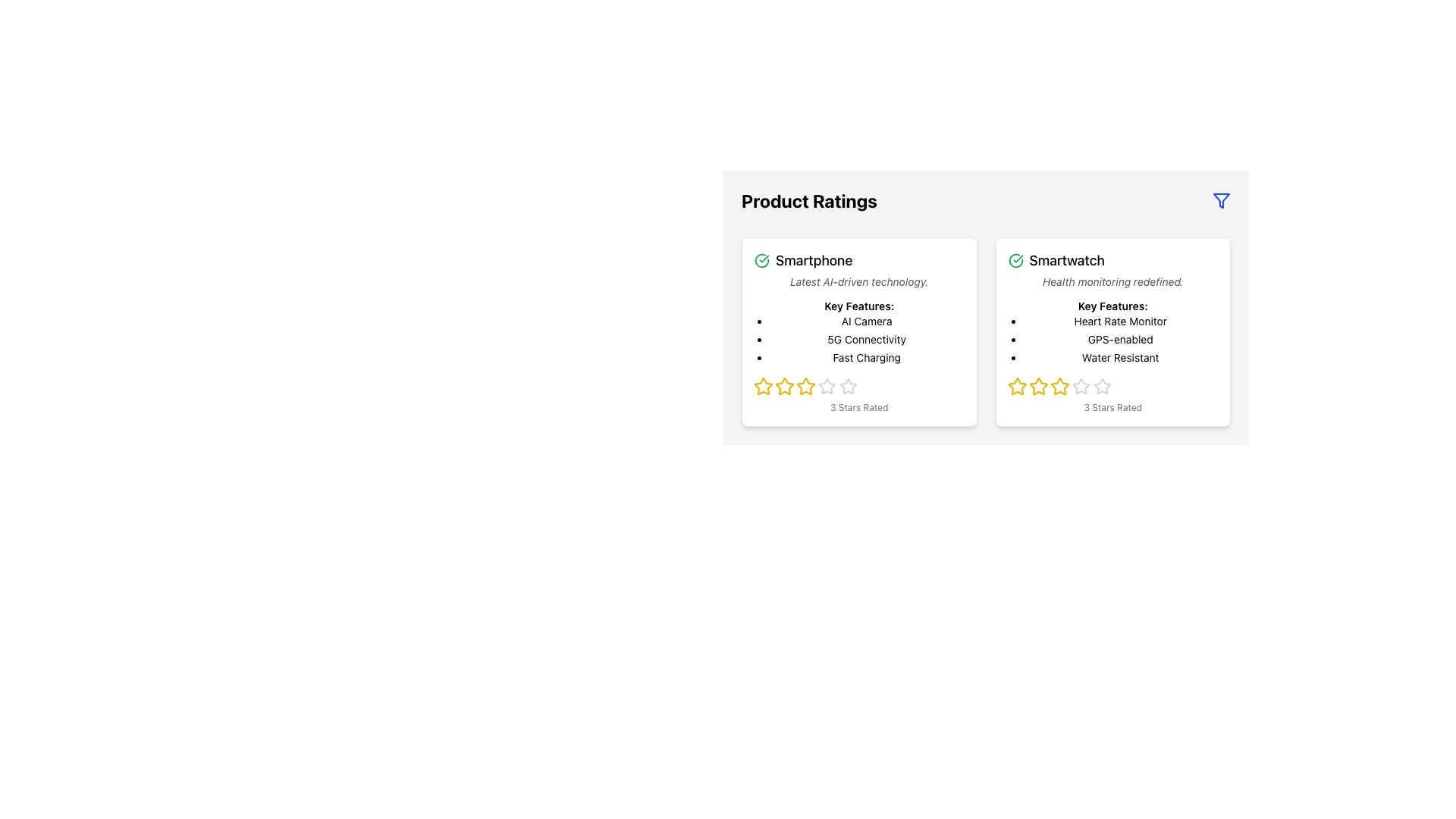 Image resolution: width=1456 pixels, height=819 pixels. Describe the element at coordinates (1112, 281) in the screenshot. I see `the static text element that provides a descriptive tagline for the 'Smartwatch' product, located below the main title 'Smartwatch' and above the section 'Key Features'` at that location.